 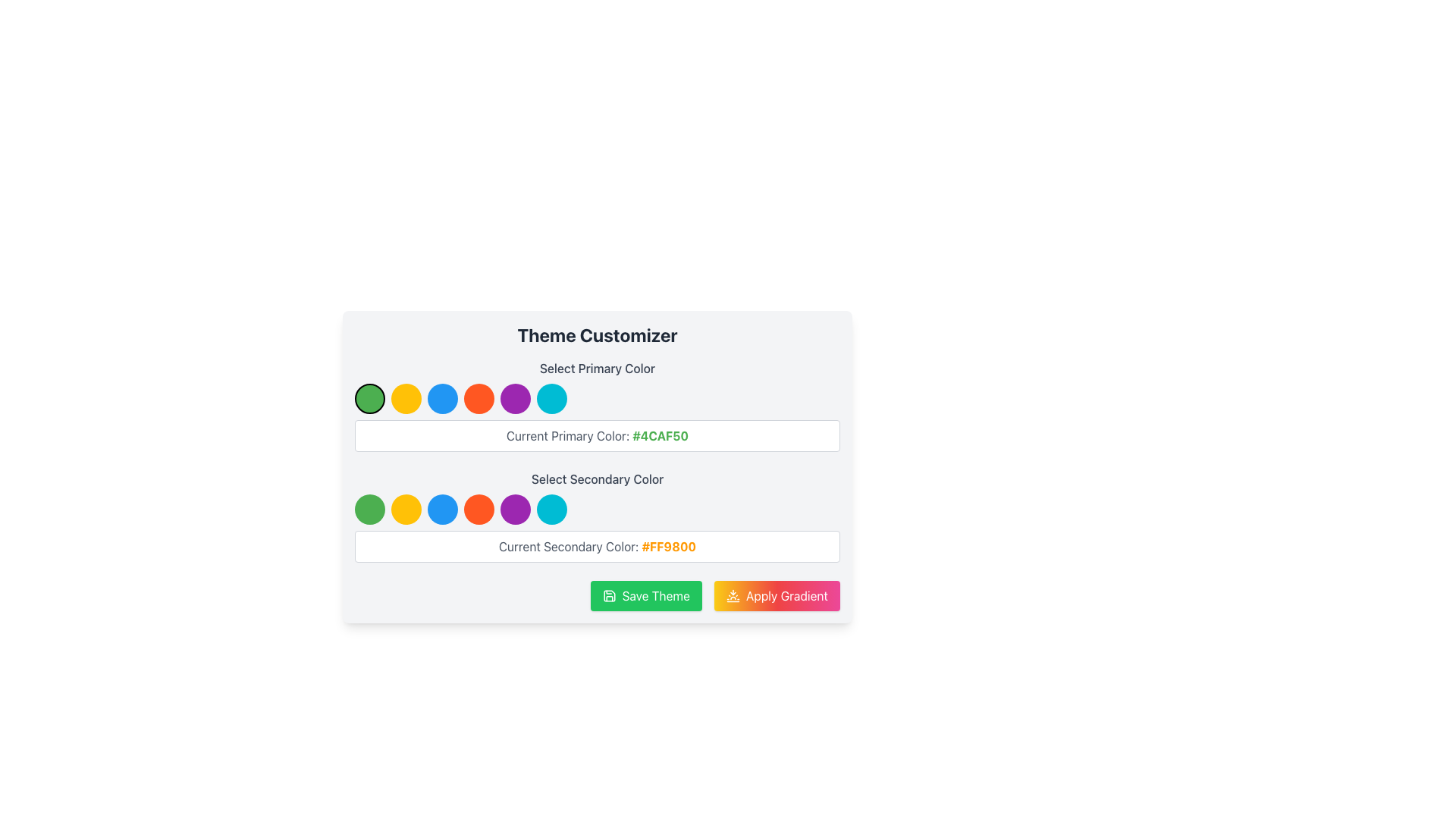 What do you see at coordinates (596, 547) in the screenshot?
I see `the Informational Box element that displays 'Current Secondary Color' and '#FF9800'` at bounding box center [596, 547].